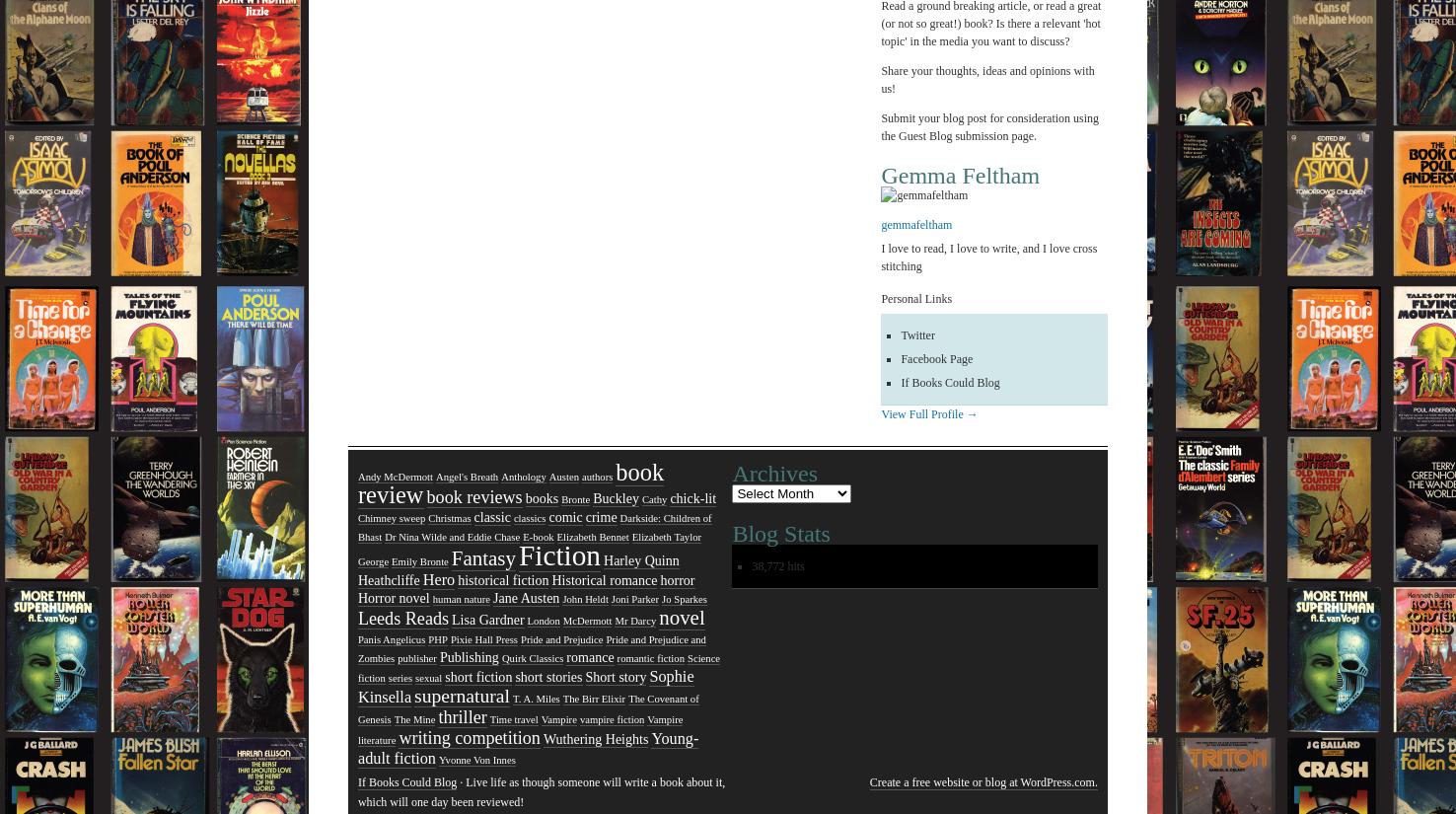 Image resolution: width=1456 pixels, height=814 pixels. I want to click on 'London', so click(542, 621).